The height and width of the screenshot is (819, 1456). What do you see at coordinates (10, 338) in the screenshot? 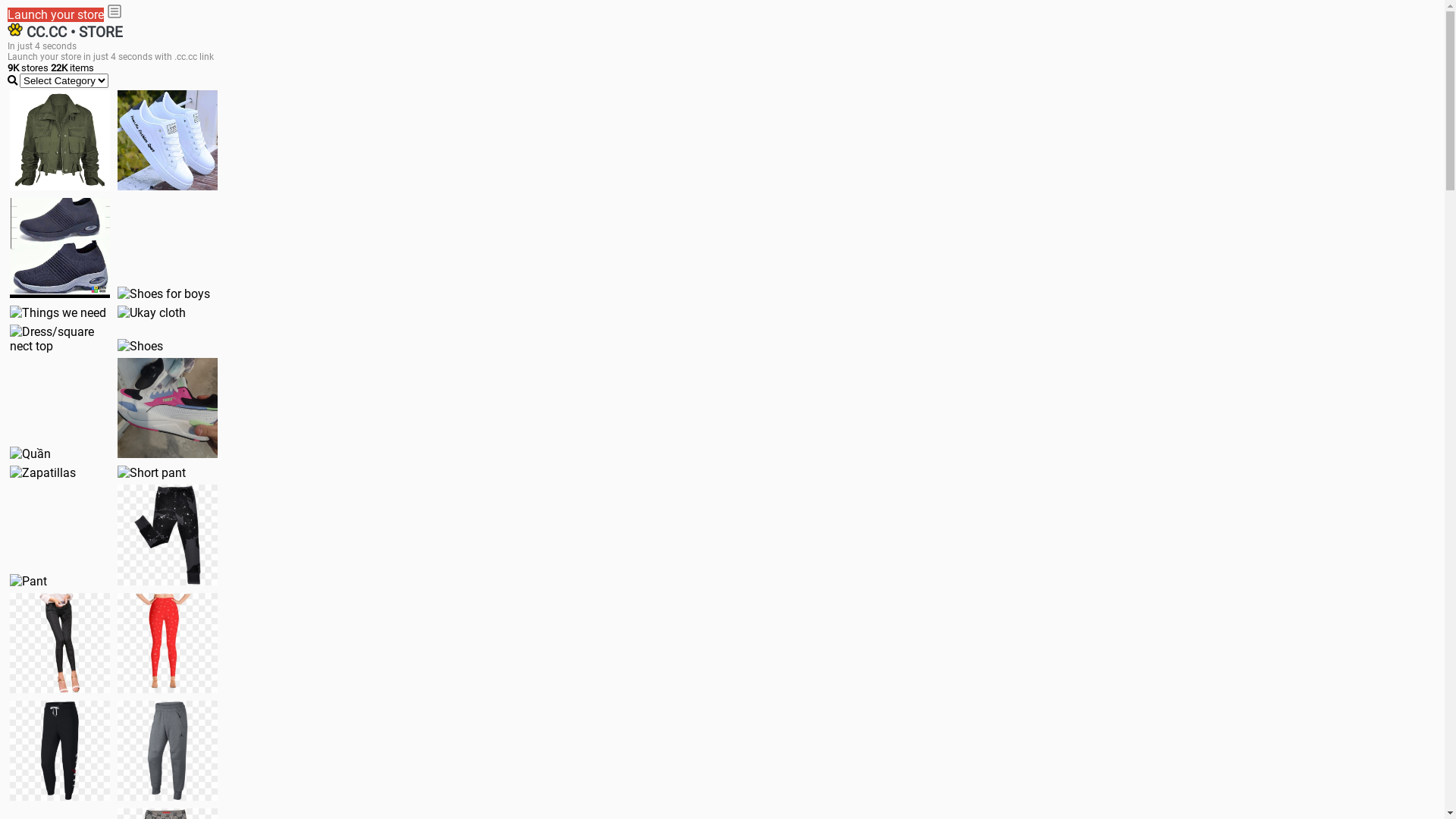
I see `'Dress/square nect top'` at bounding box center [10, 338].